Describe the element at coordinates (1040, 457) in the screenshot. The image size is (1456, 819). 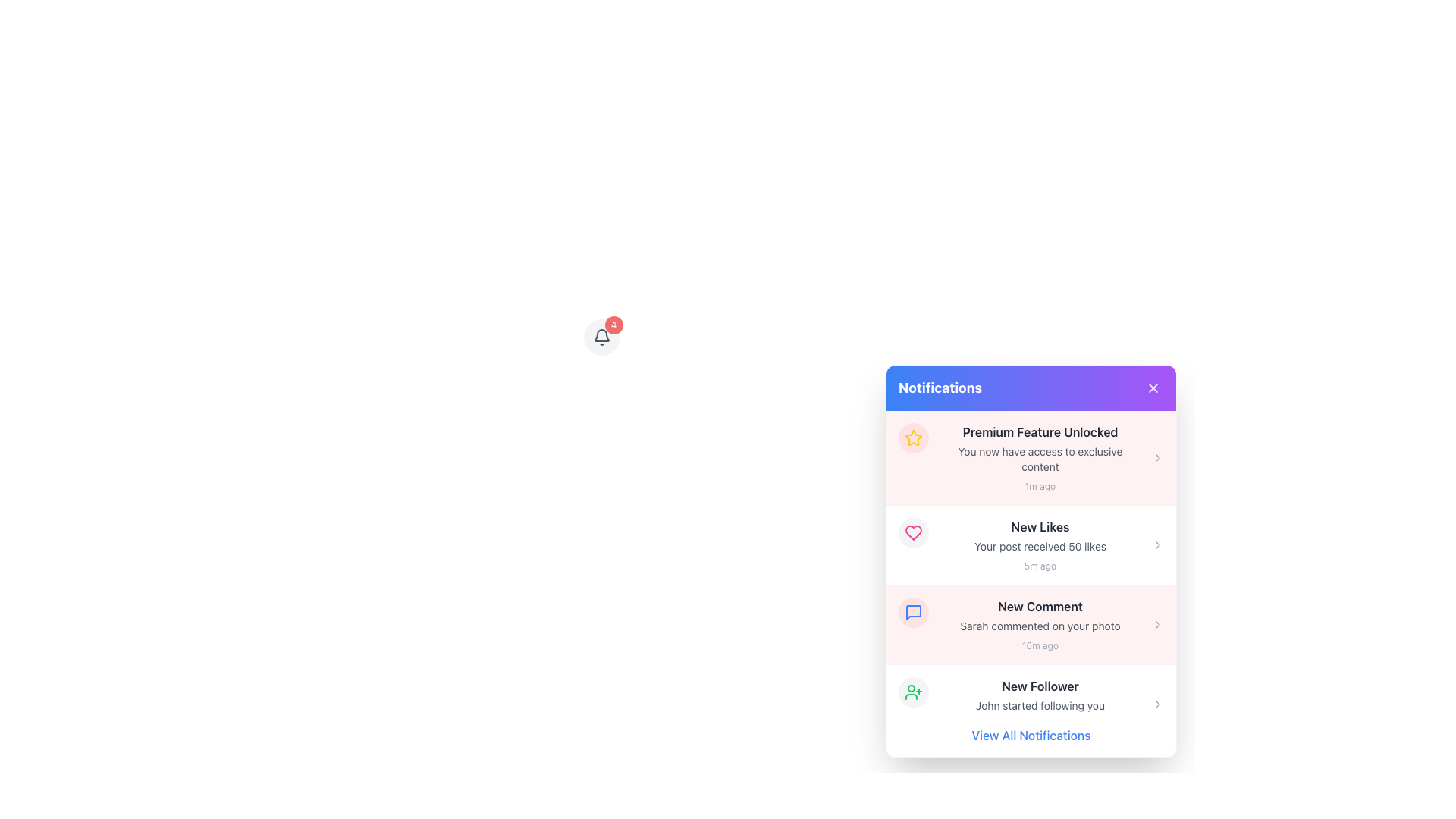
I see `the text block titled 'Premium Feature Unlocked'` at that location.